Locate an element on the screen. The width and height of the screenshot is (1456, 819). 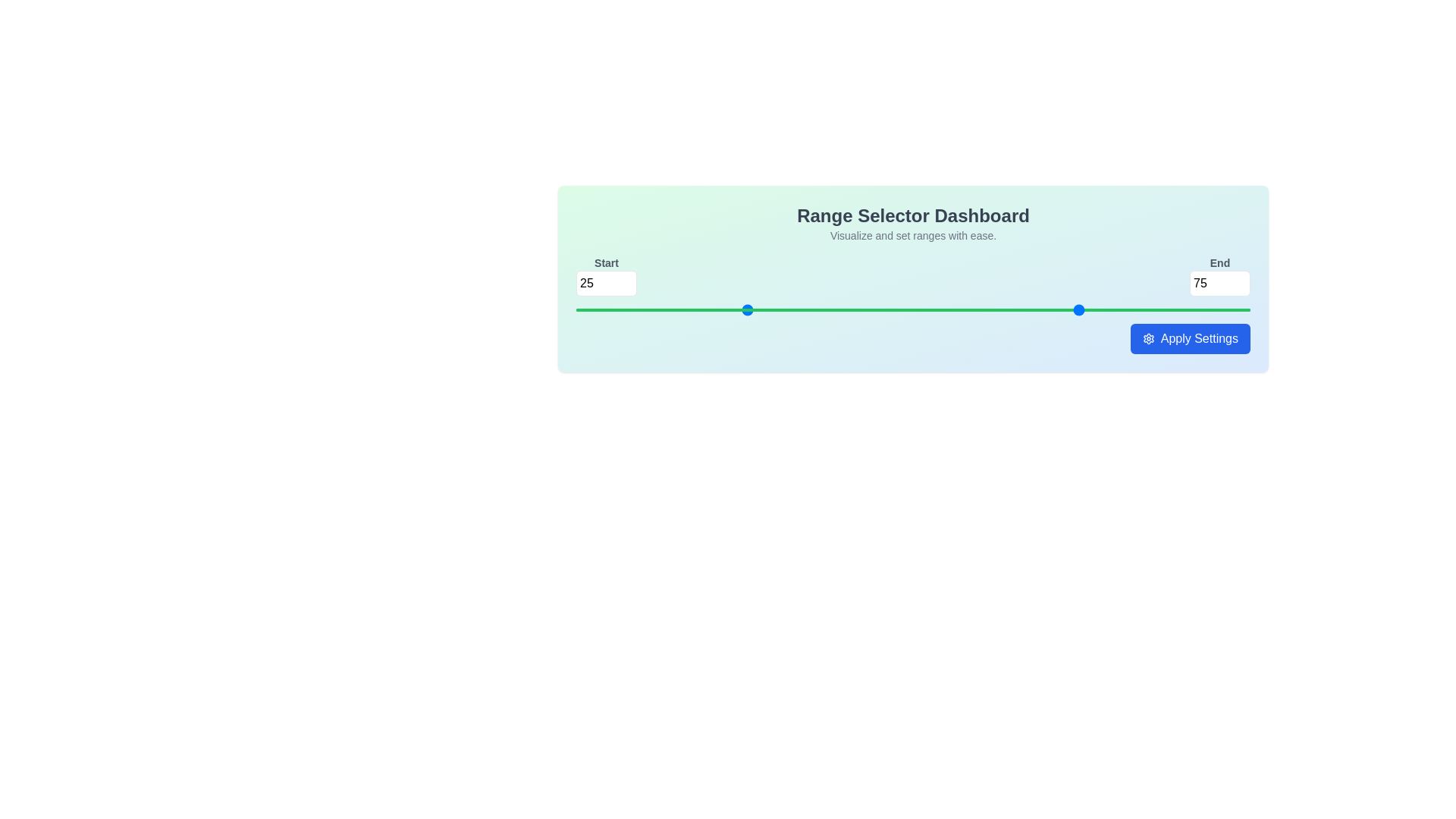
the confirm button located at the bottom-right corner of its section to trigger hover effects is located at coordinates (1189, 338).